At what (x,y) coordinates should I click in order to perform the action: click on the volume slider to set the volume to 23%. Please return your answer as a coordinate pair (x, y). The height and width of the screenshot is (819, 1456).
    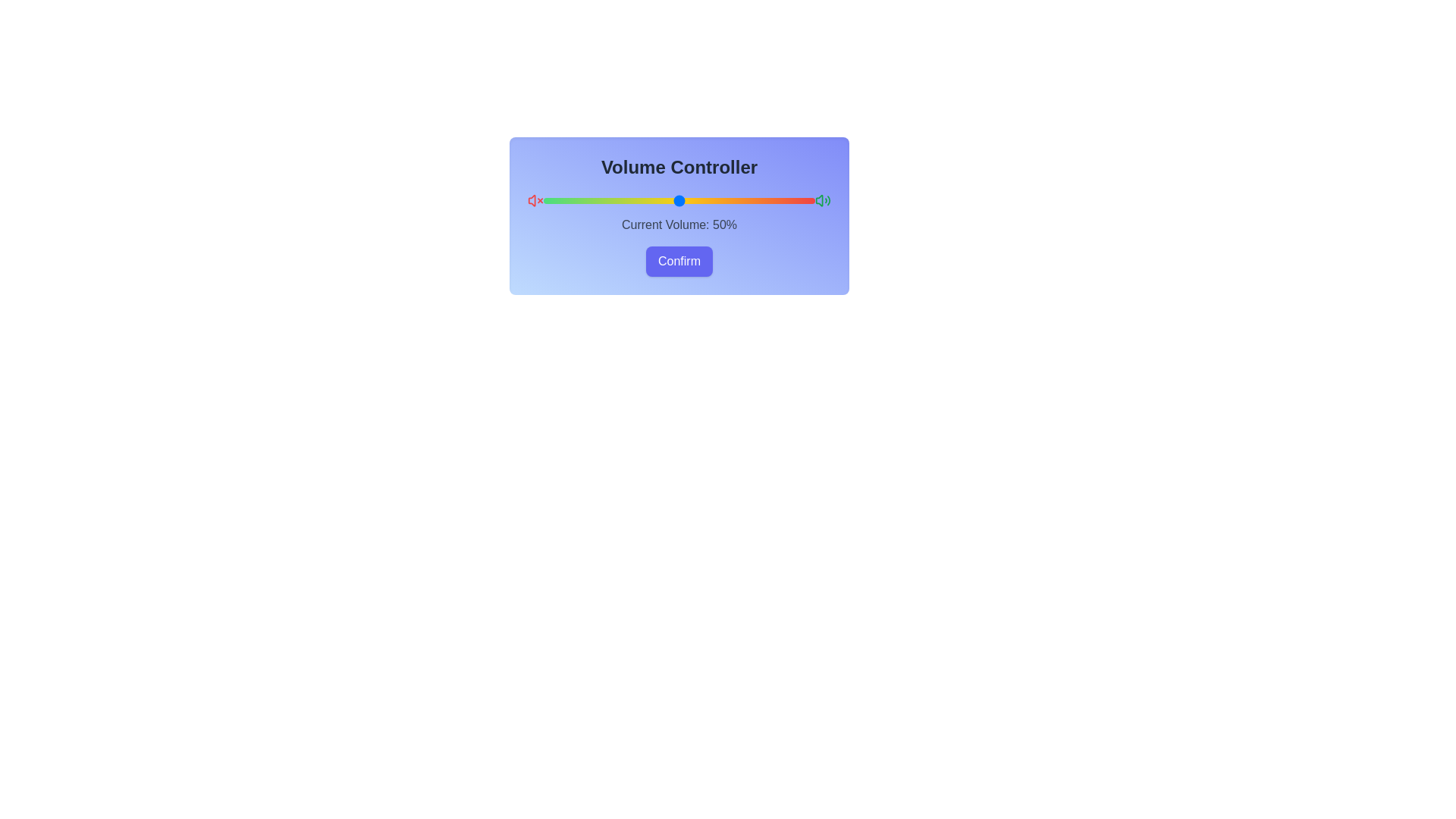
    Looking at the image, I should click on (605, 200).